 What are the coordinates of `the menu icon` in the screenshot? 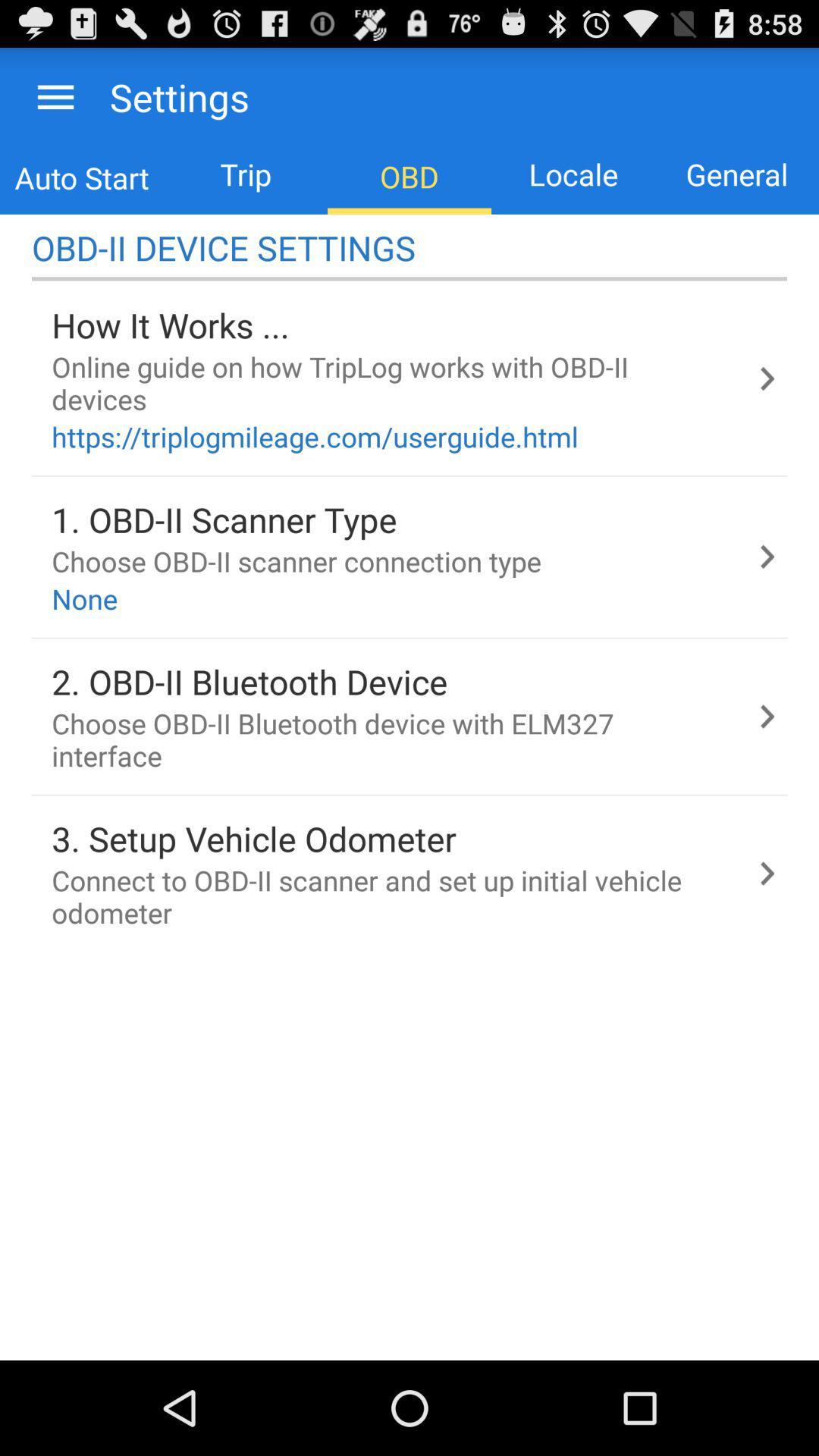 It's located at (55, 103).